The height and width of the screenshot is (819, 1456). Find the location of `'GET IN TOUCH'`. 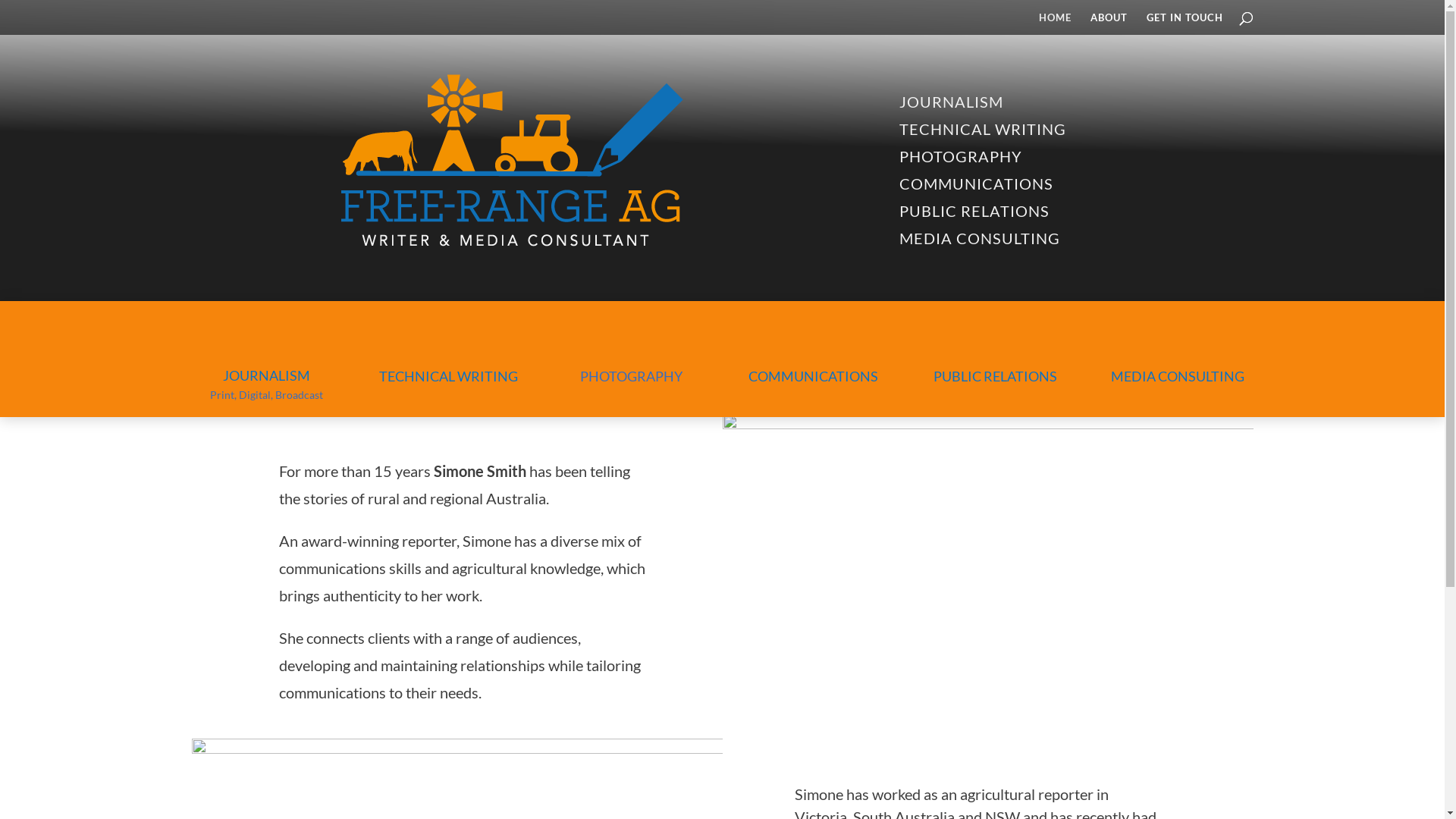

'GET IN TOUCH' is located at coordinates (1184, 23).